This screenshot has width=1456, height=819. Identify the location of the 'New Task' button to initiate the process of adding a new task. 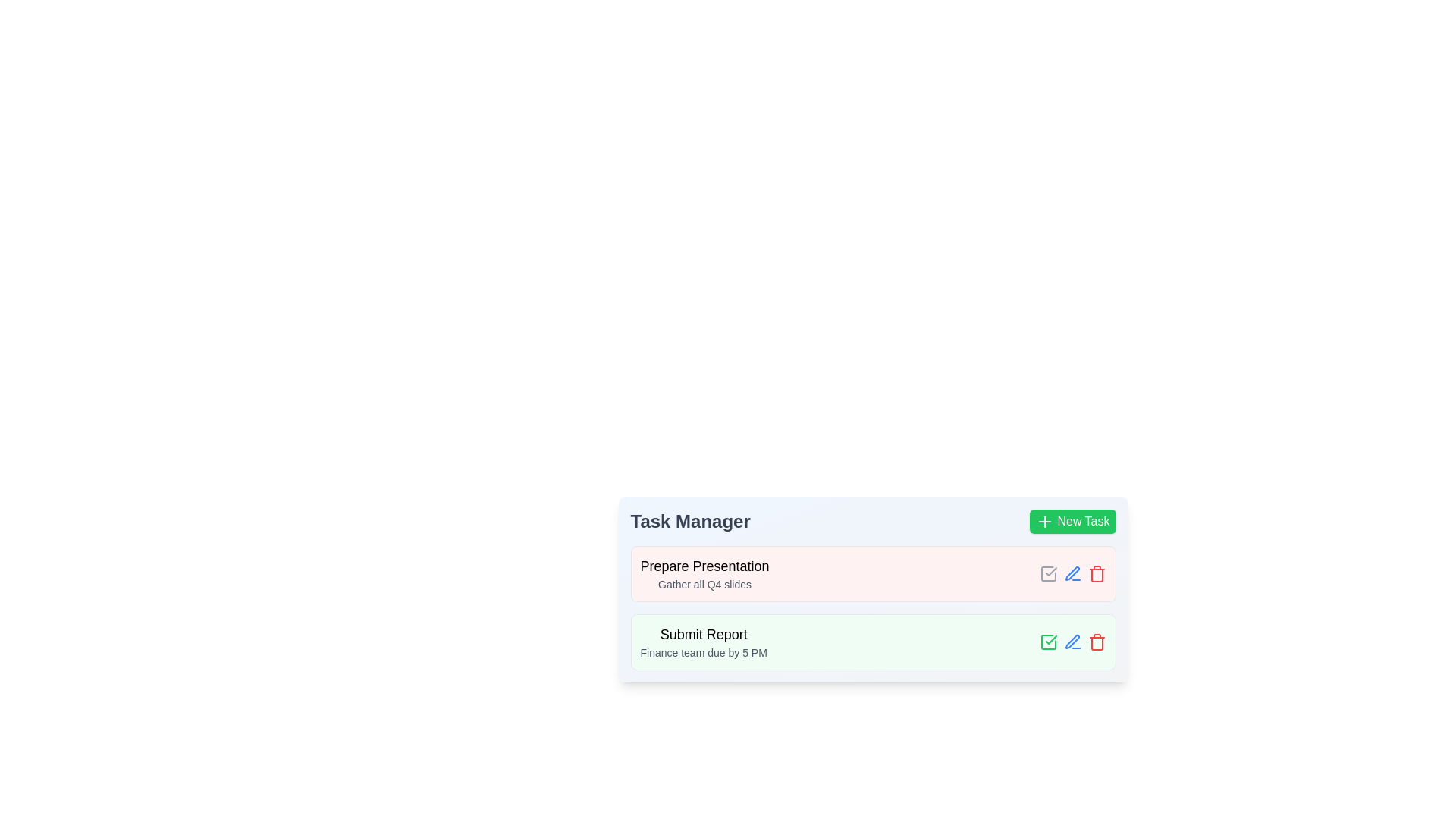
(1072, 520).